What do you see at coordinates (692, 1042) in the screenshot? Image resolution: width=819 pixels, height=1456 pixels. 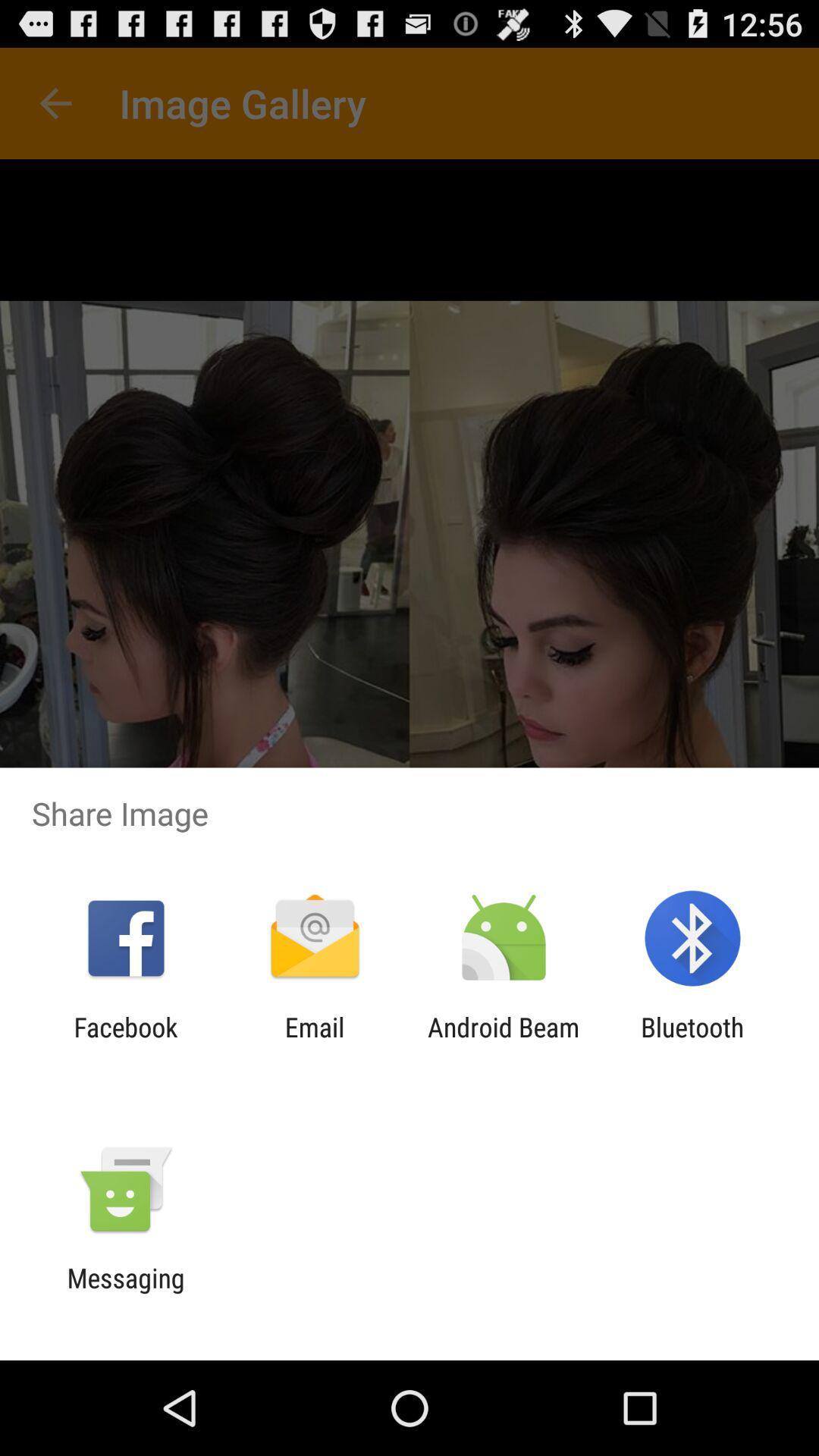 I see `the bluetooth icon` at bounding box center [692, 1042].